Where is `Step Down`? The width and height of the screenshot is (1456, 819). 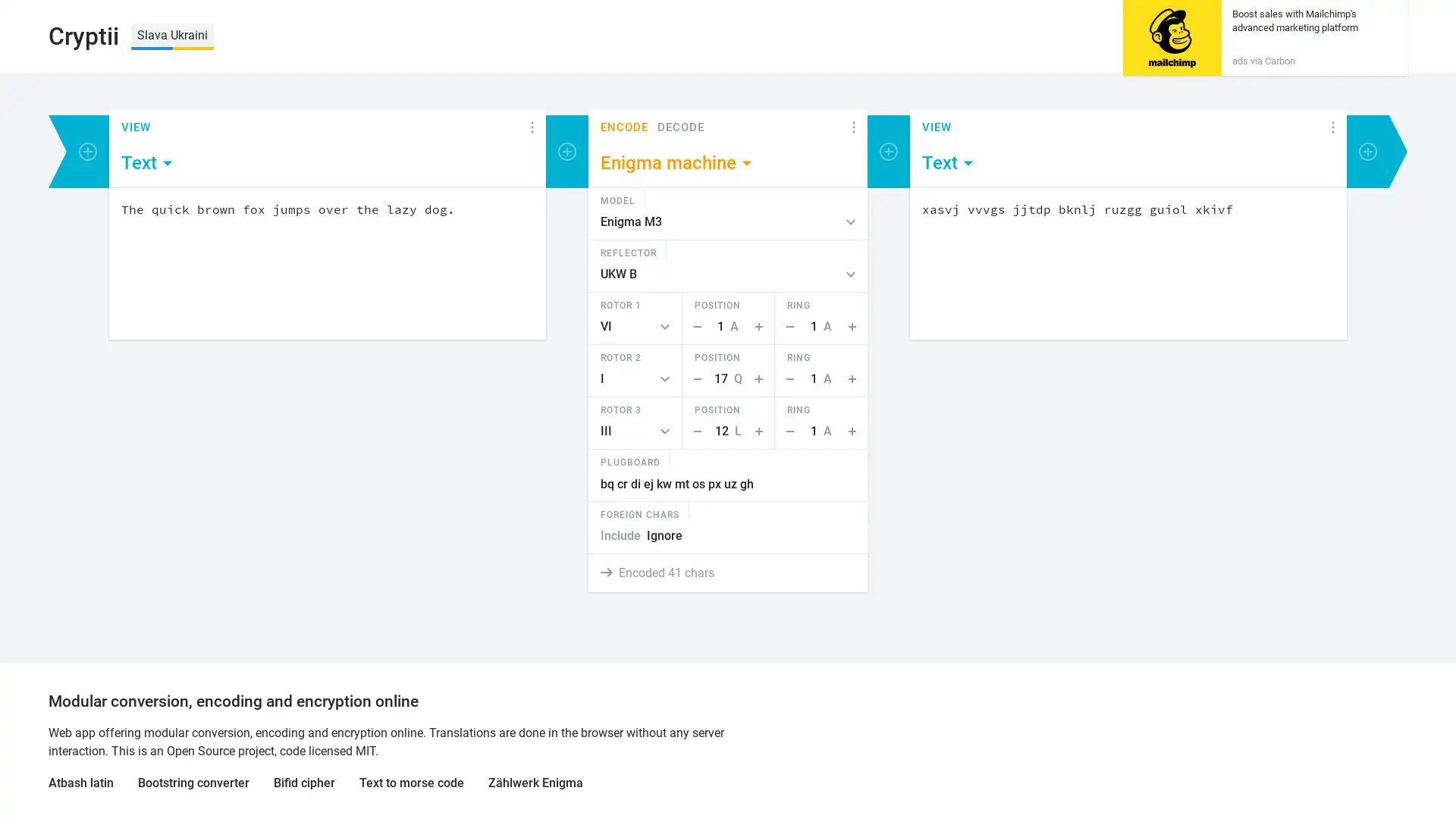
Step Down is located at coordinates (786, 378).